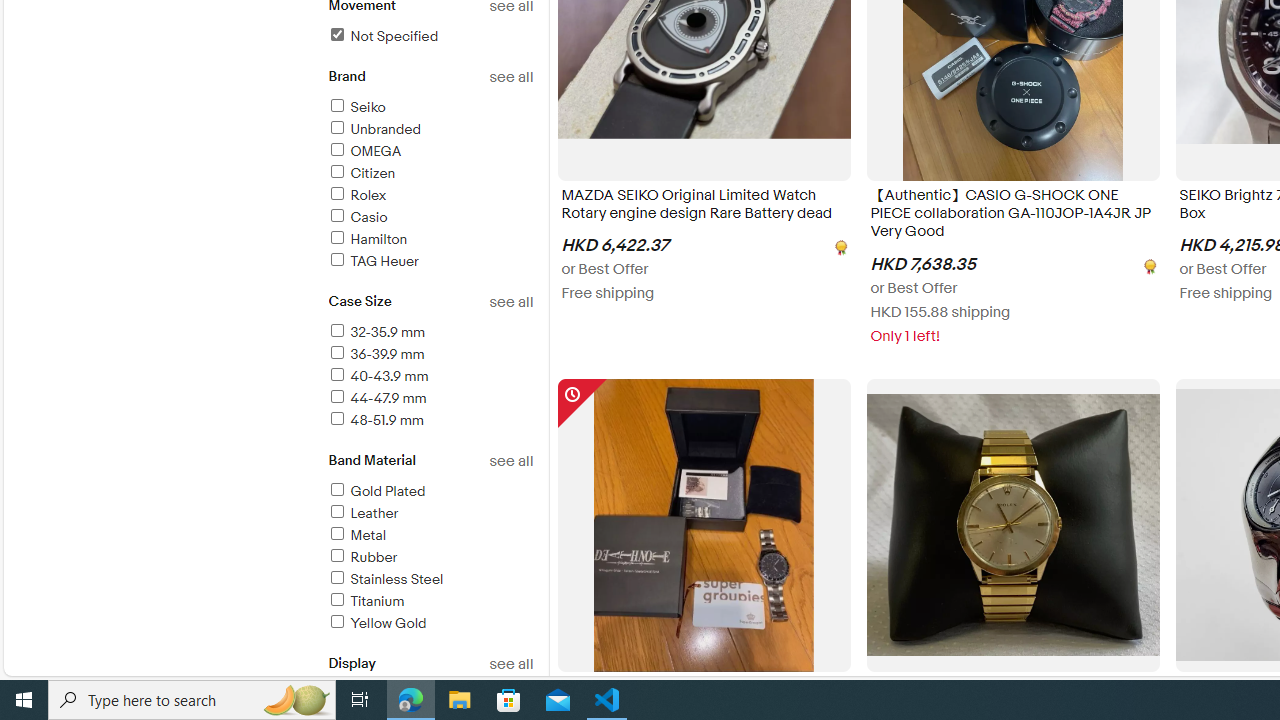 The width and height of the screenshot is (1280, 720). Describe the element at coordinates (429, 535) in the screenshot. I see `'Metal'` at that location.